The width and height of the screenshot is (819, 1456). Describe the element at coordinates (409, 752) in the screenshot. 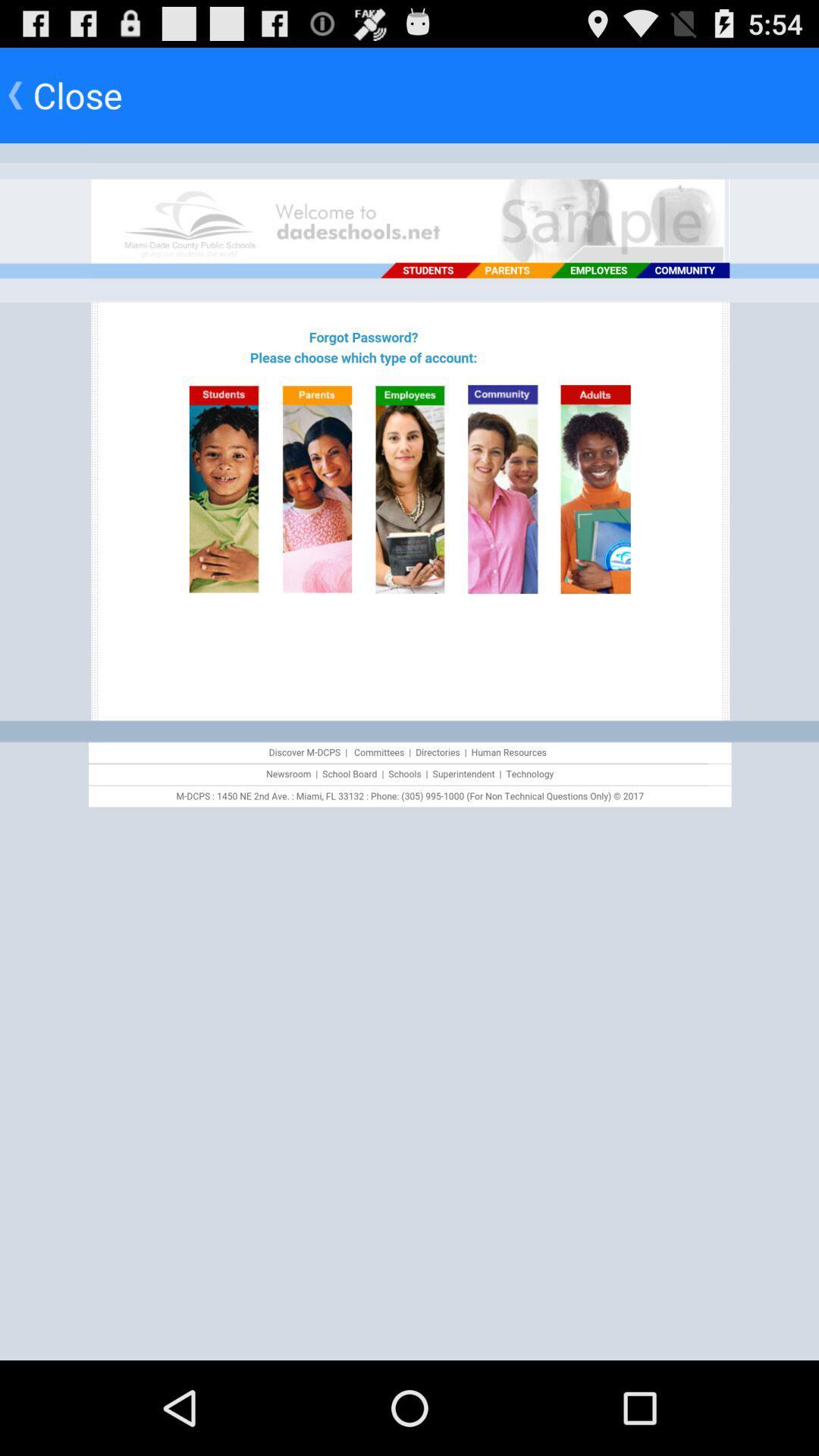

I see `advertisement page` at that location.